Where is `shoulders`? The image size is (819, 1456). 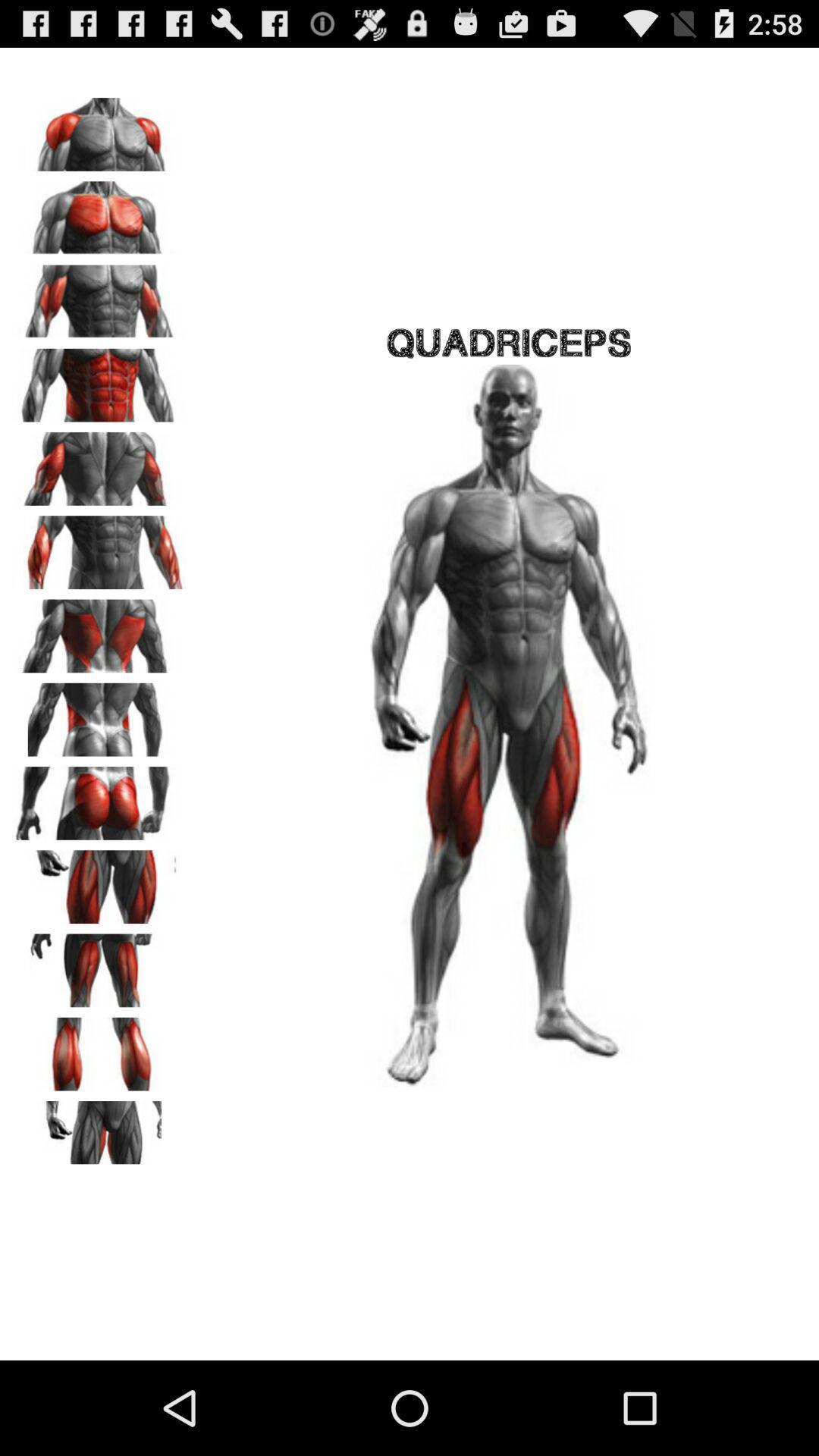
shoulders is located at coordinates (99, 129).